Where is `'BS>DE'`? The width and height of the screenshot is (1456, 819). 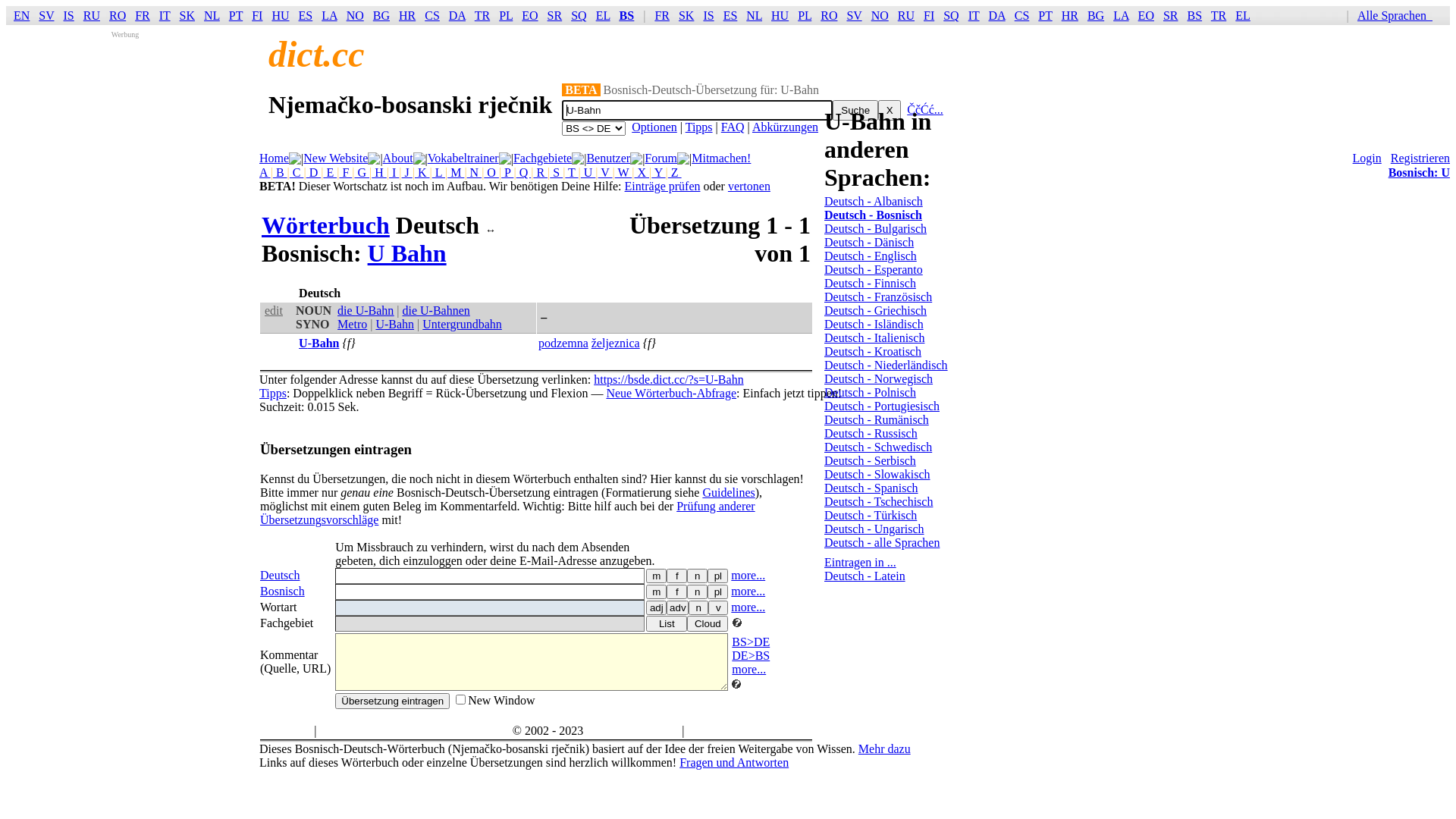
'BS>DE' is located at coordinates (750, 642).